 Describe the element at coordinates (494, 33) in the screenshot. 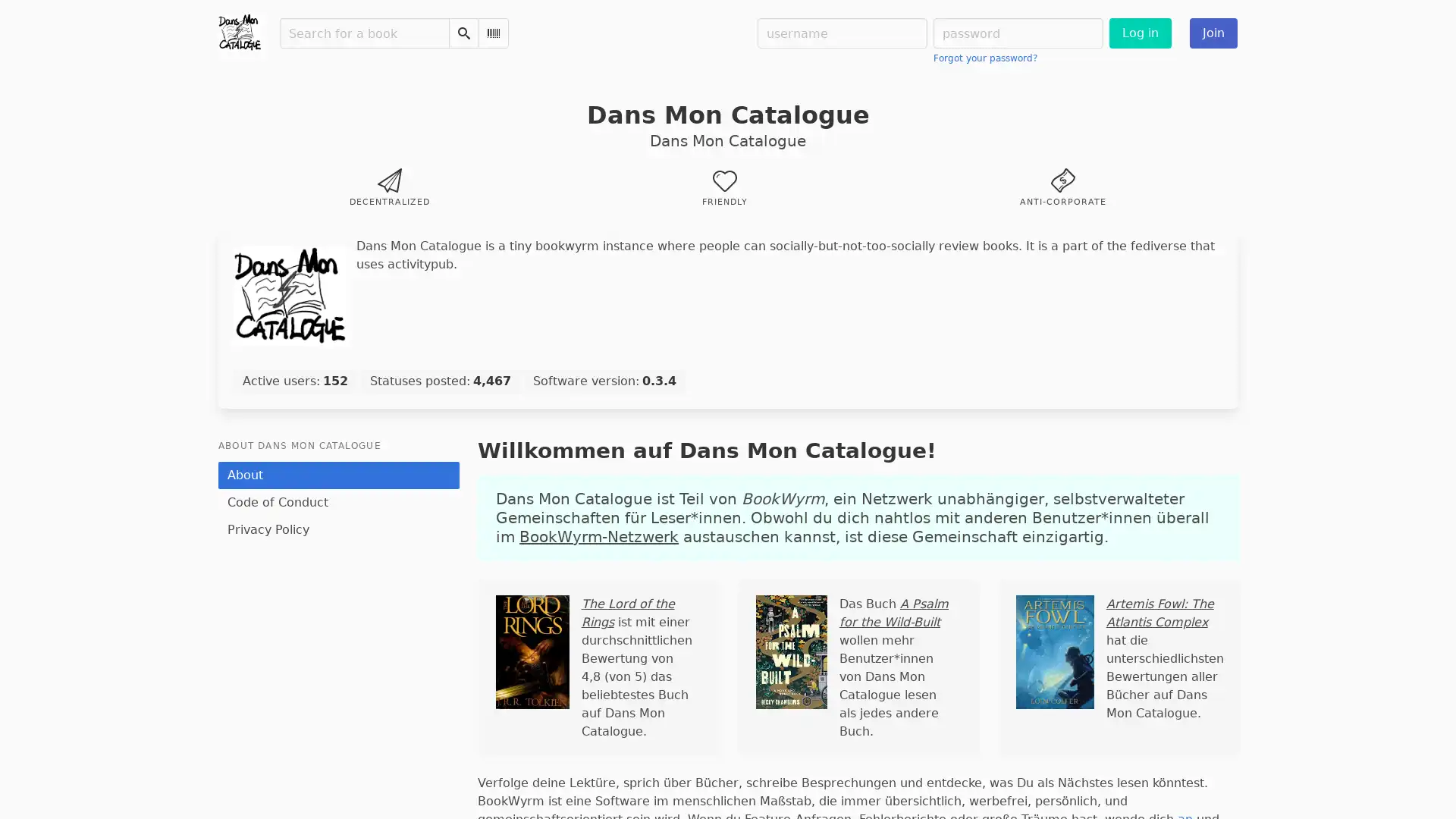

I see `Scan Barcode` at that location.